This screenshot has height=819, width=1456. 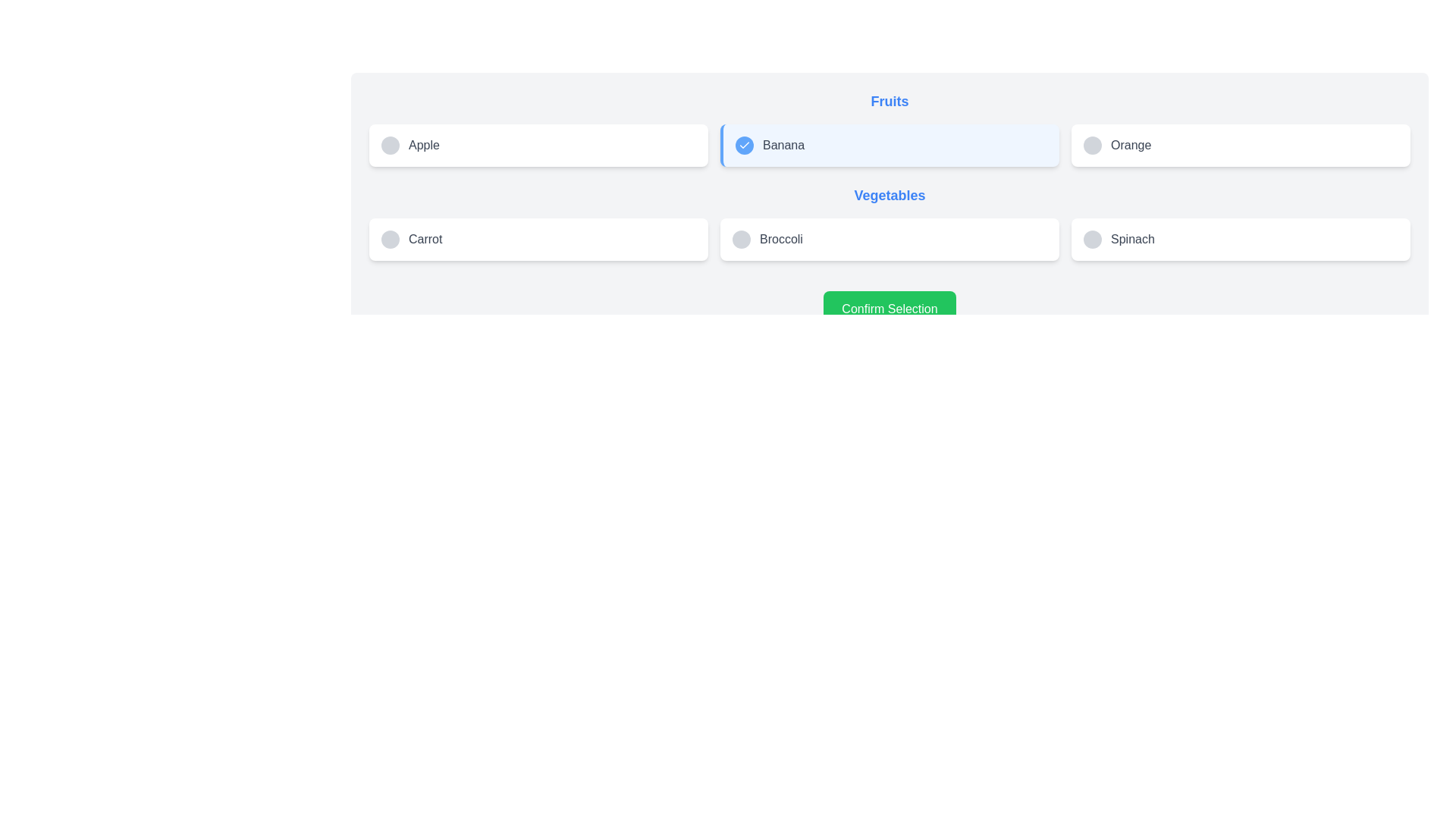 I want to click on the third selectable item card labeled 'Spinach' in the Vegetables category, so click(x=1241, y=239).